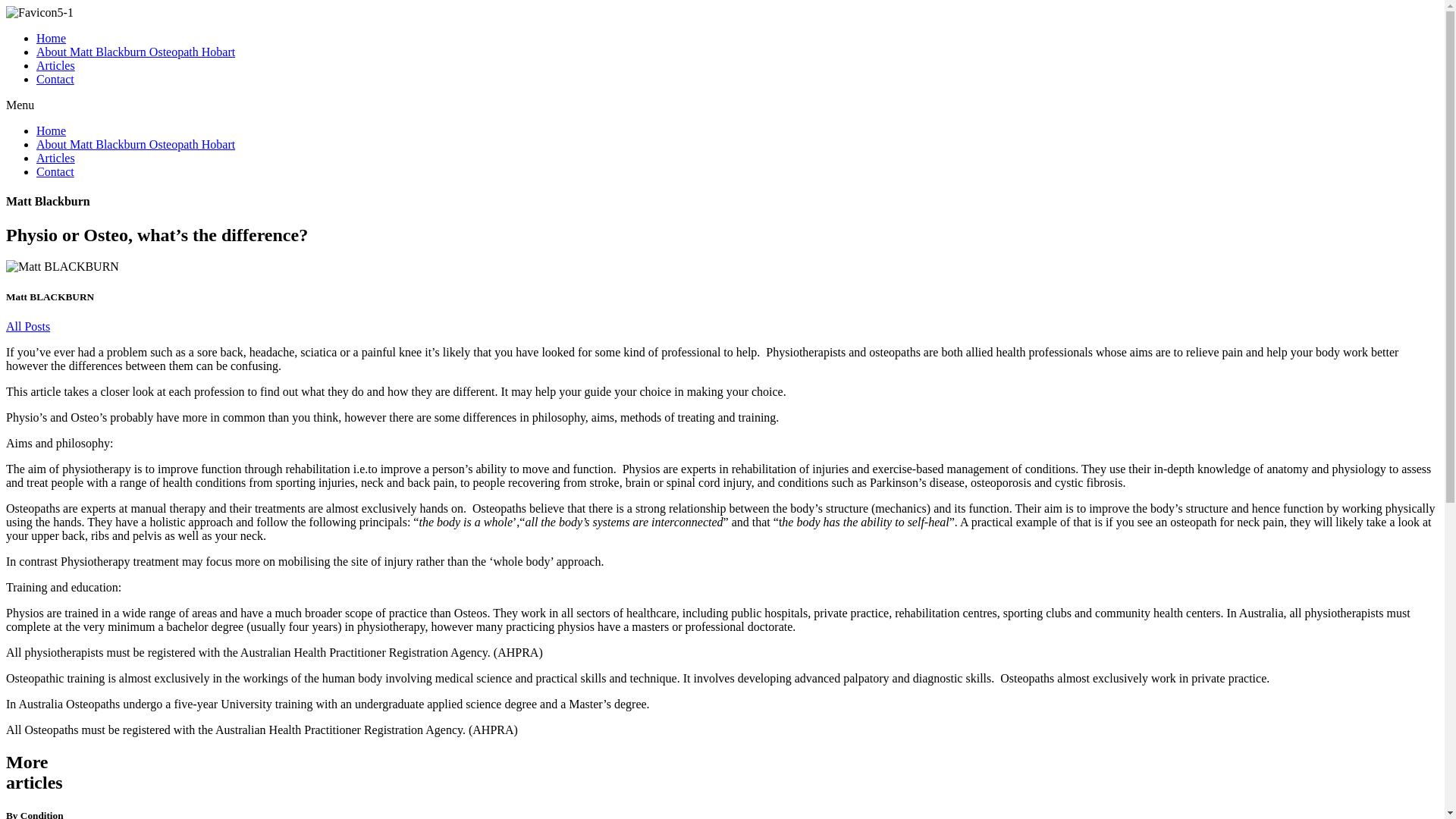  What do you see at coordinates (135, 51) in the screenshot?
I see `'About Matt Blackburn Osteopath Hobart'` at bounding box center [135, 51].